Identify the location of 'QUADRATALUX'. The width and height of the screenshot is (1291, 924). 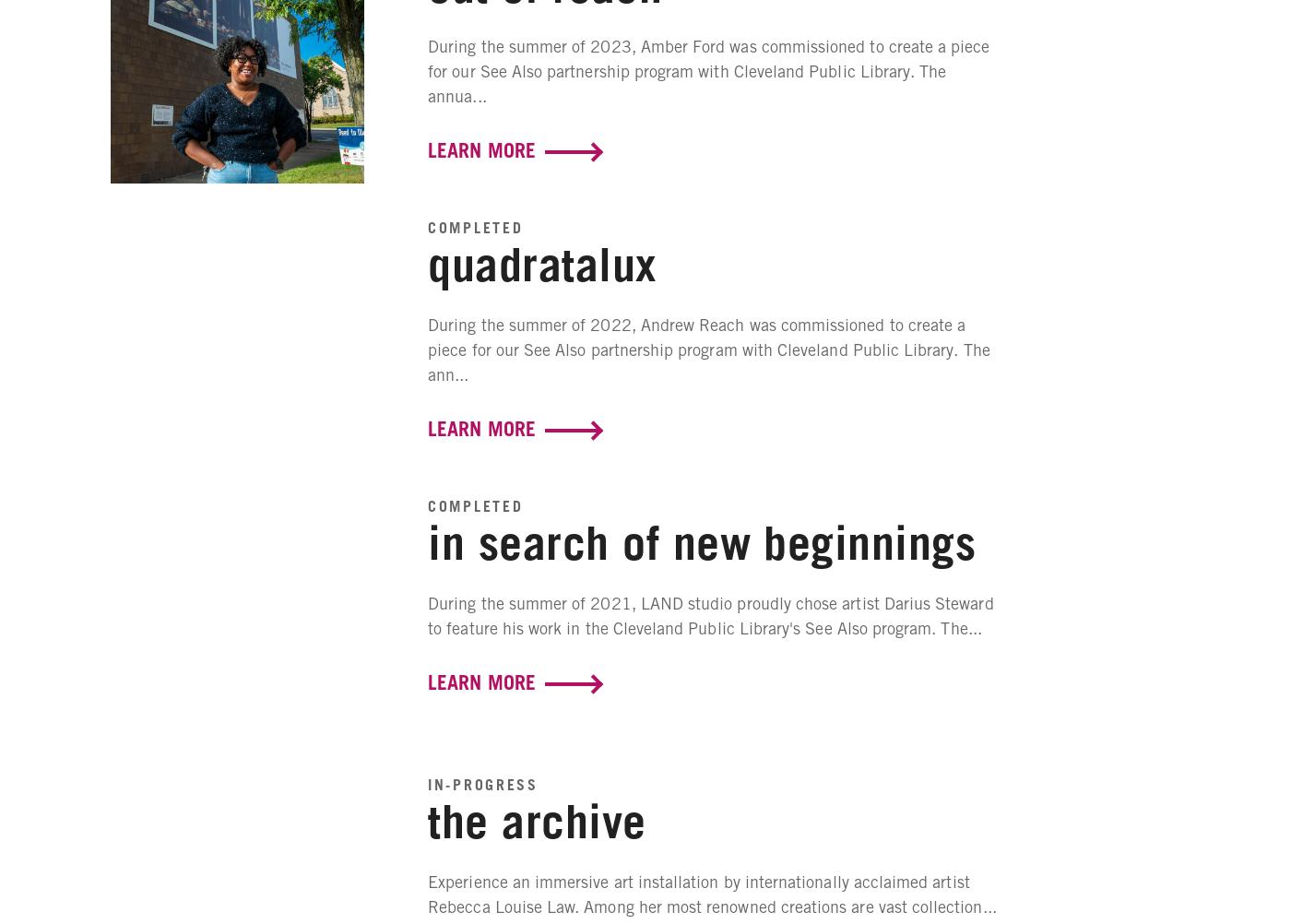
(541, 261).